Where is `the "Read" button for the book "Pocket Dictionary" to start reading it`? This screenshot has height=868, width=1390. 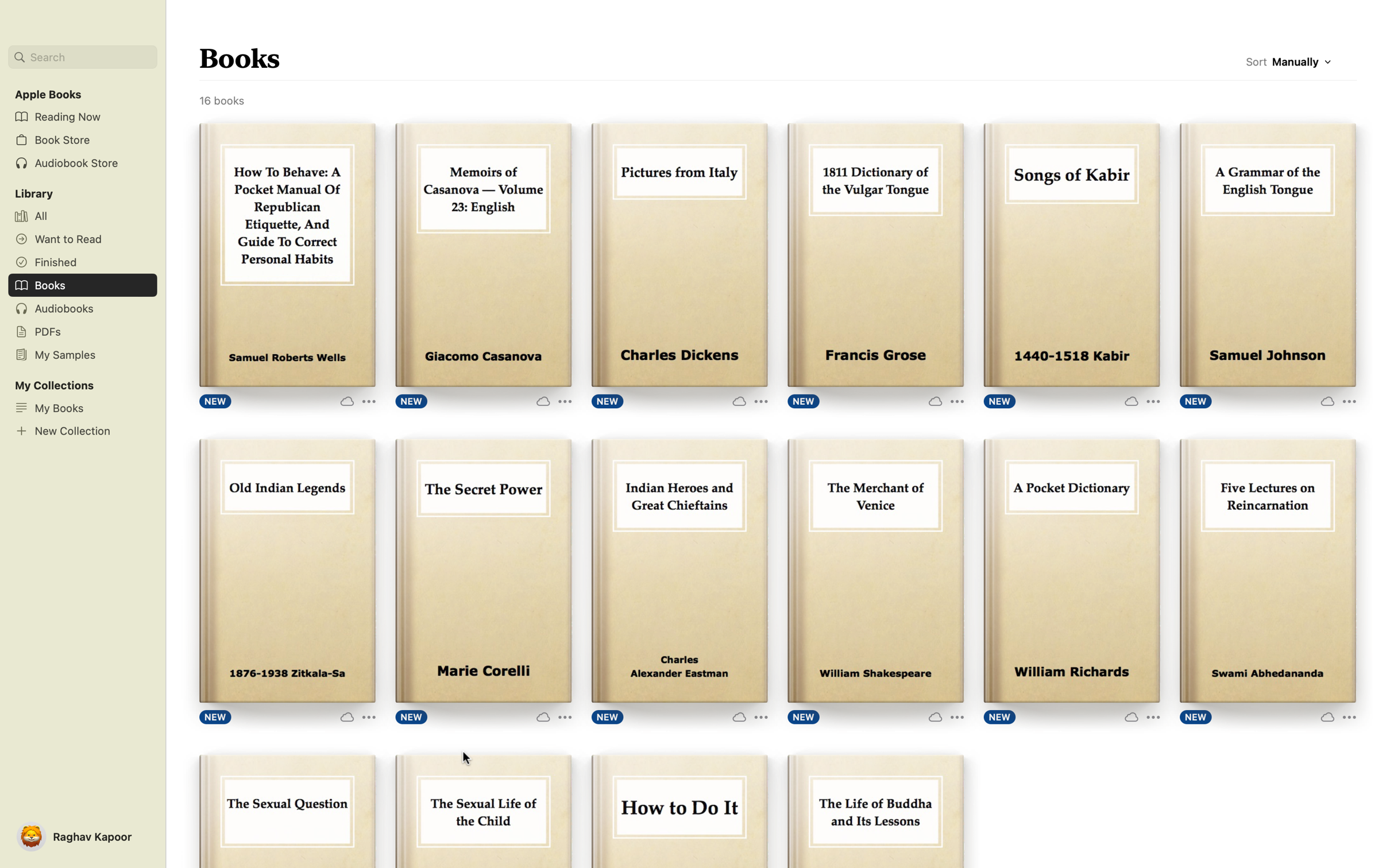
the "Read" button for the book "Pocket Dictionary" to start reading it is located at coordinates (1071, 569).